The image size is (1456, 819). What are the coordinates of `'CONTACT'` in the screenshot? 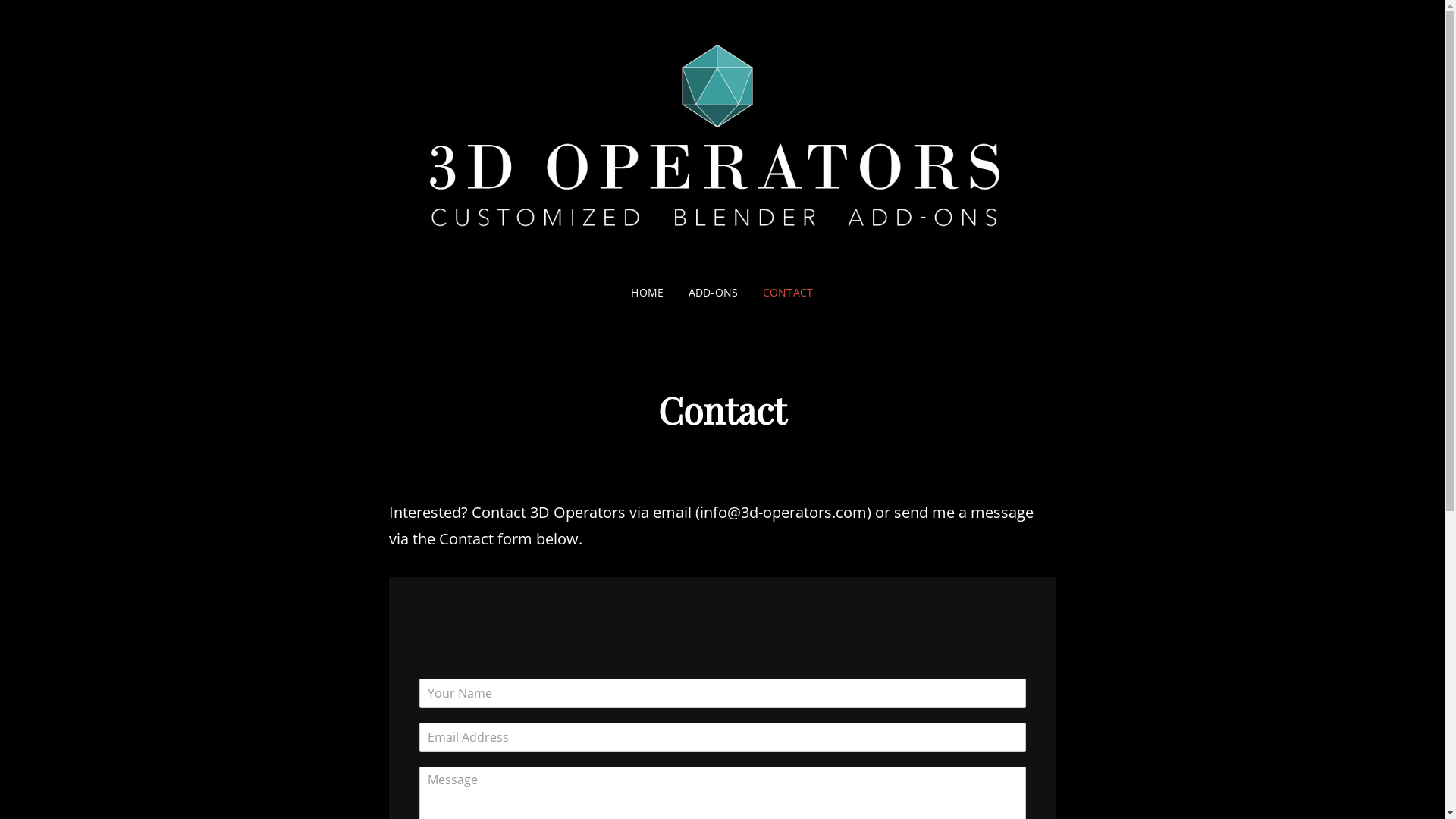 It's located at (788, 292).